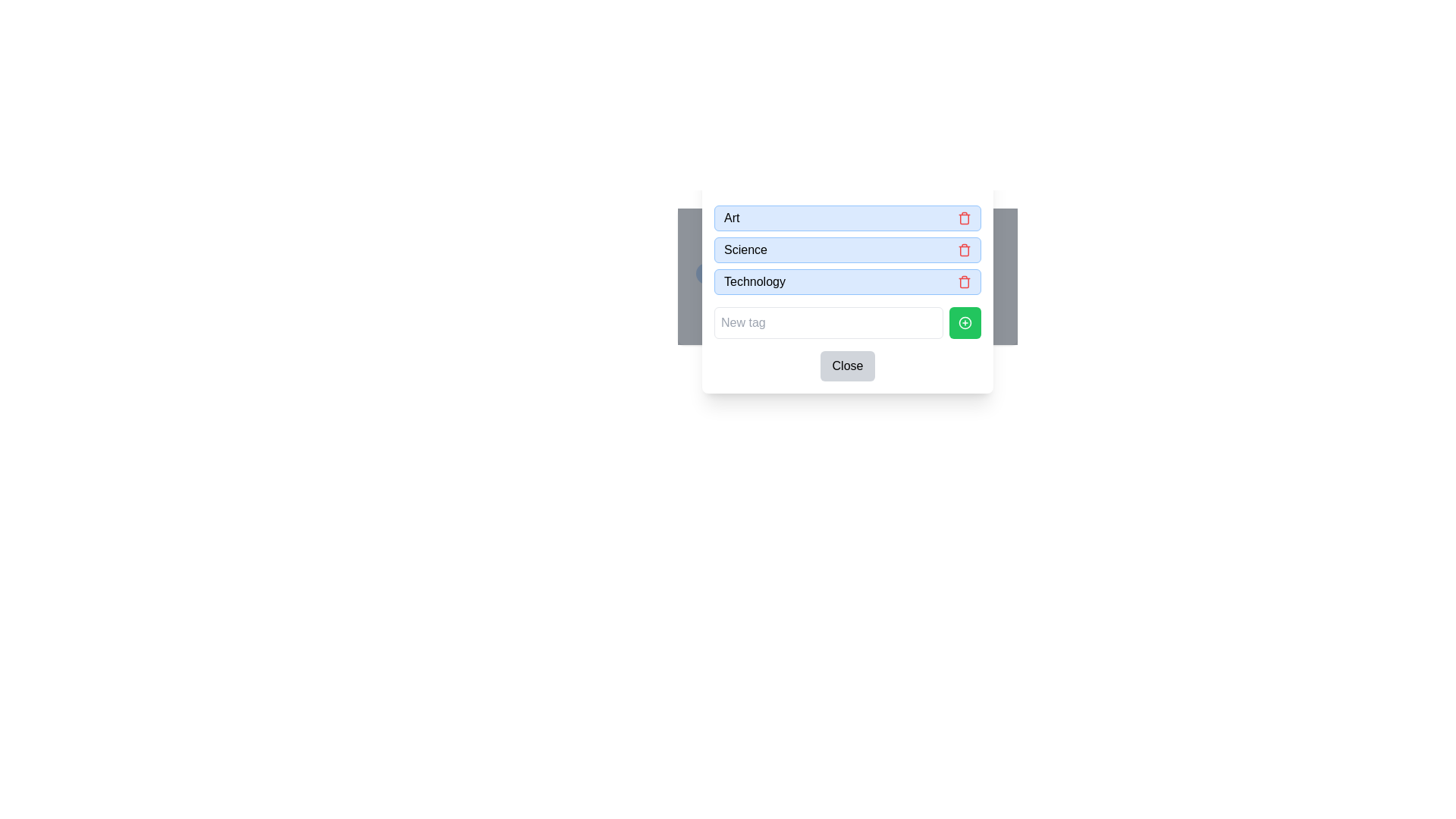  Describe the element at coordinates (831, 274) in the screenshot. I see `the blue capsule-shaped label with the text 'Technology'` at that location.